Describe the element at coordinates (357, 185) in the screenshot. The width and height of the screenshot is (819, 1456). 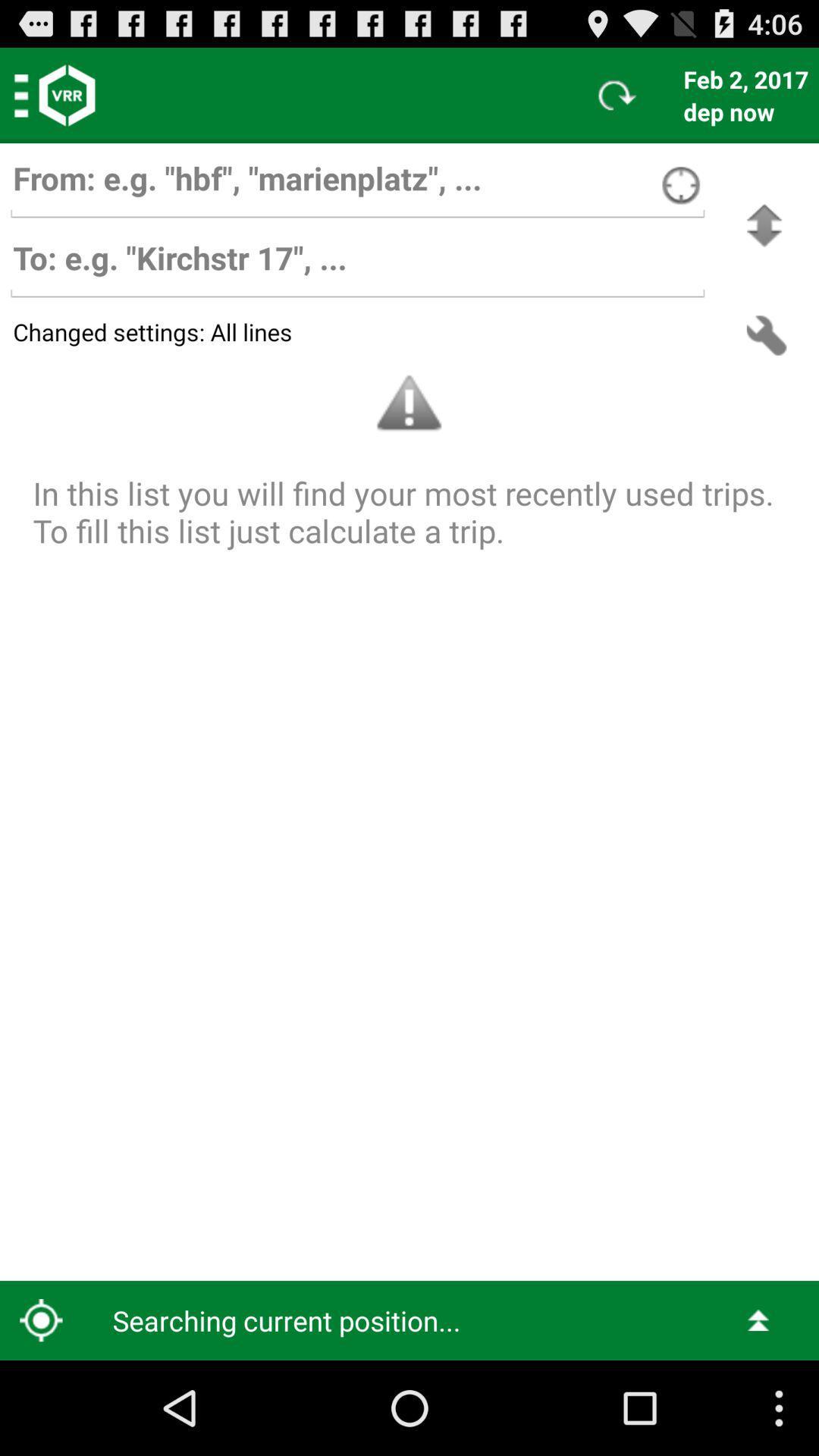
I see `input text info search` at that location.